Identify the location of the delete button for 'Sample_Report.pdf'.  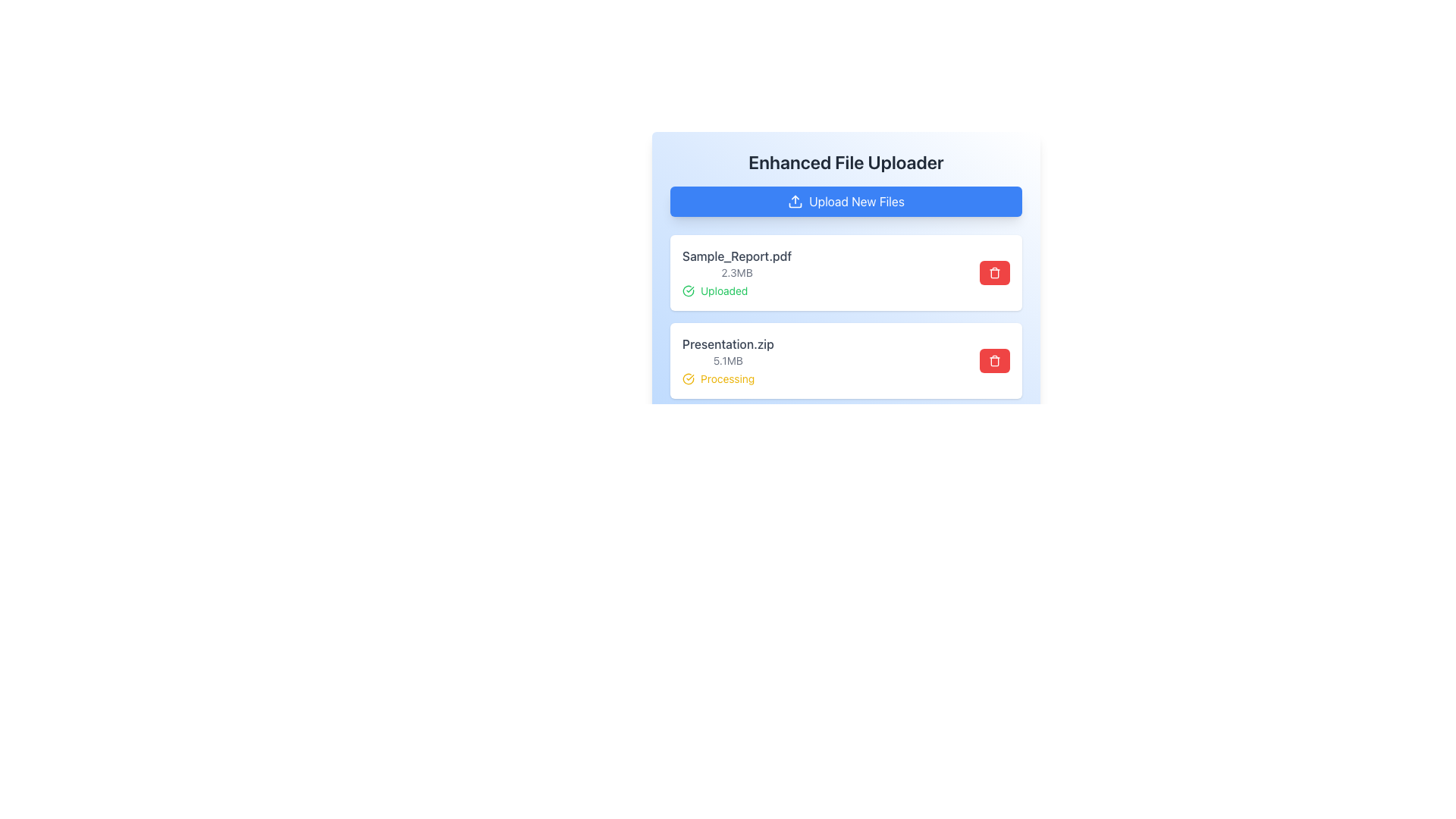
(994, 271).